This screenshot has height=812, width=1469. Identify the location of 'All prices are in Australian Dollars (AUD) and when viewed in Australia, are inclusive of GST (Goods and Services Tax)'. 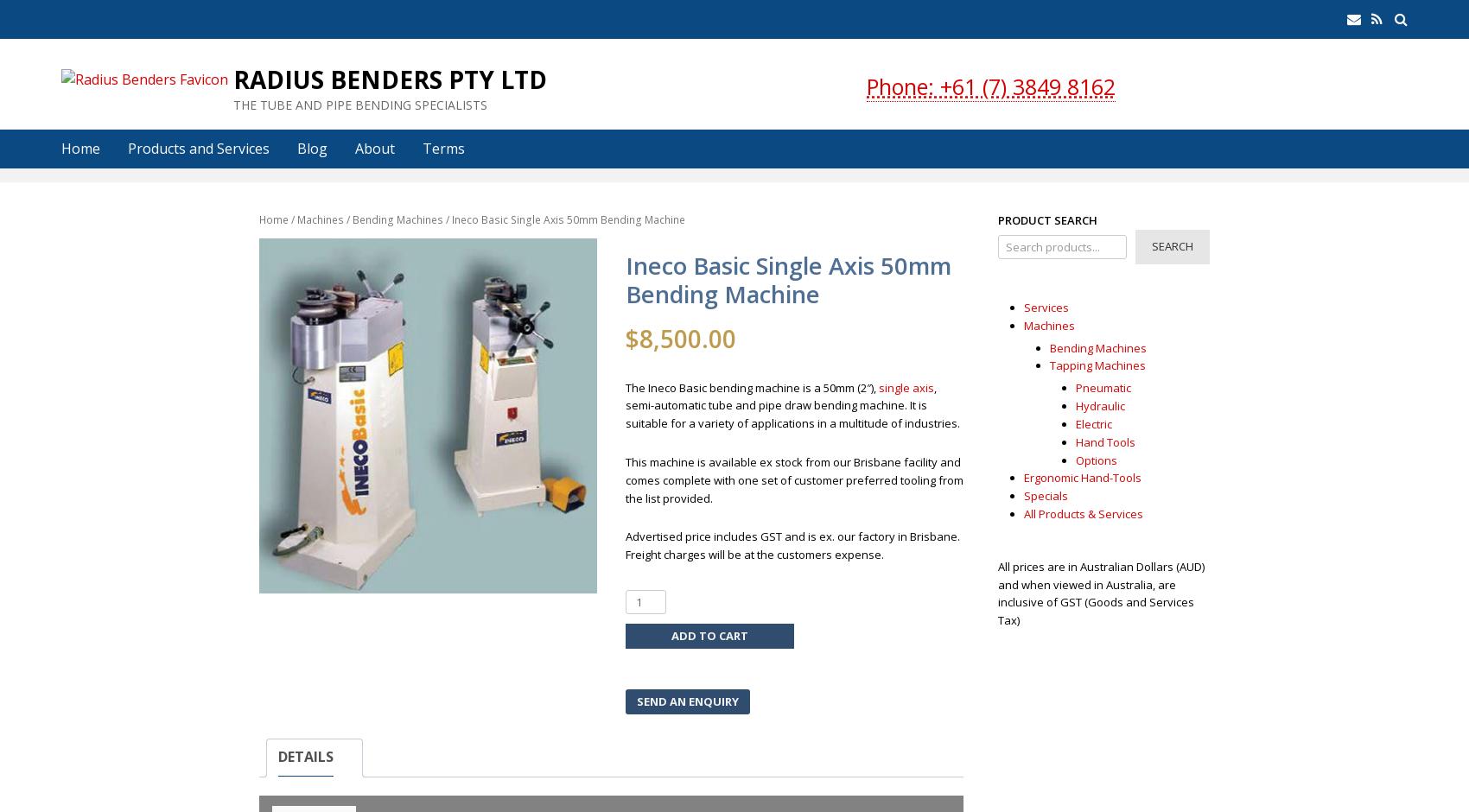
(1100, 592).